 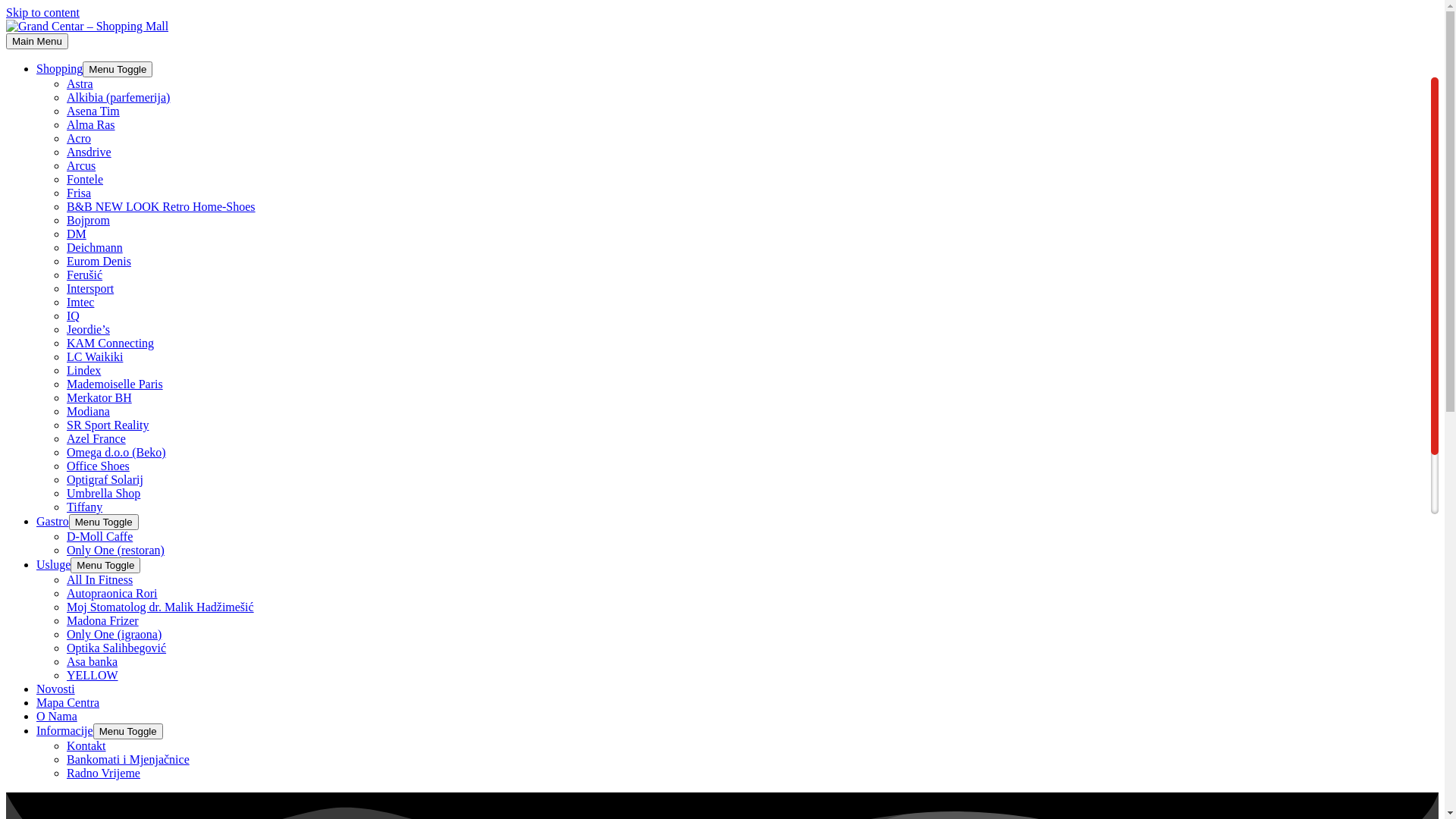 I want to click on 'SR Sport Reality', so click(x=65, y=425).